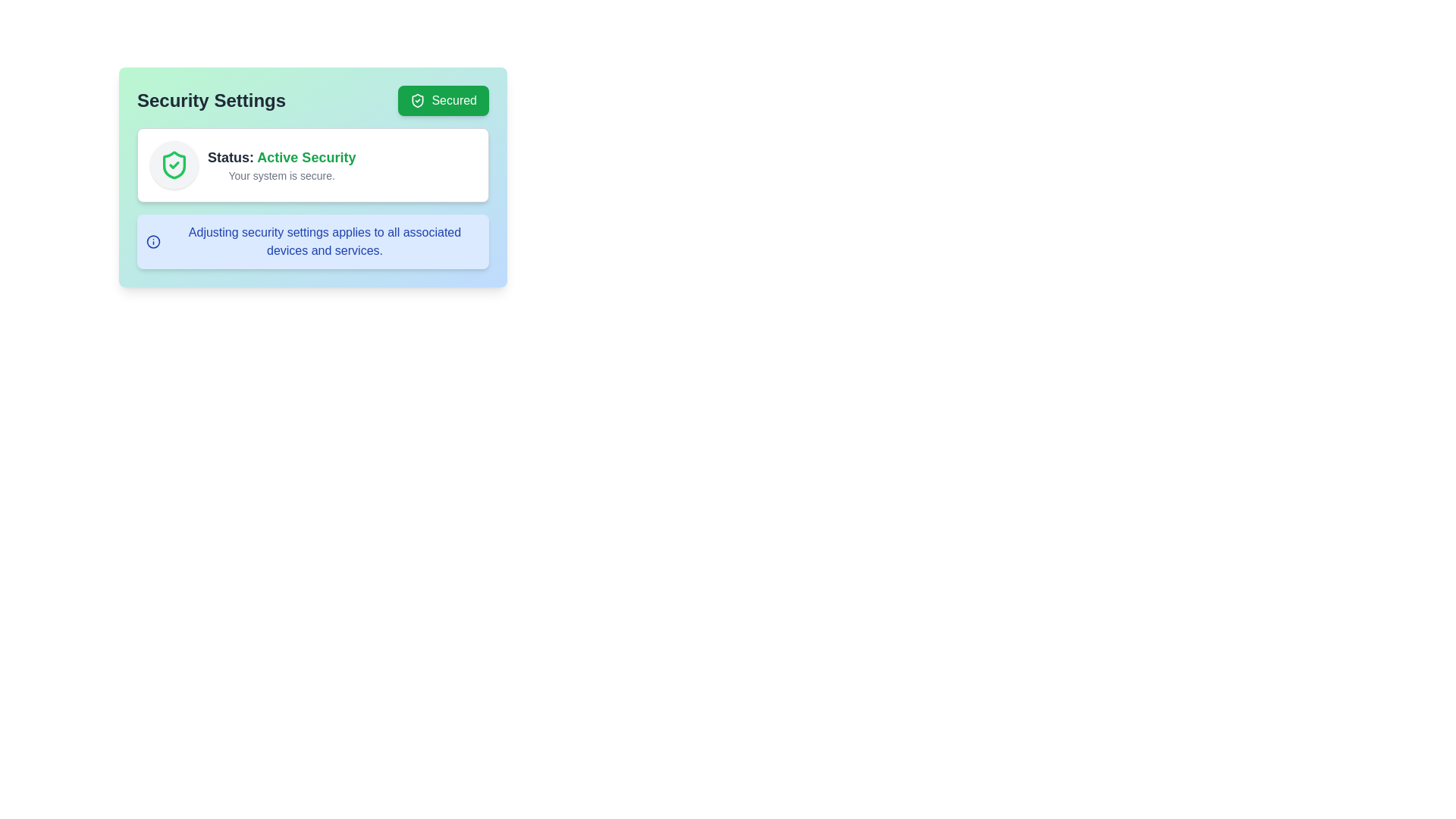  I want to click on the static text label that communicates the current secure state of the system, located below 'Status: Active Security' and aligned under the green status message 'Active Security', so click(281, 174).